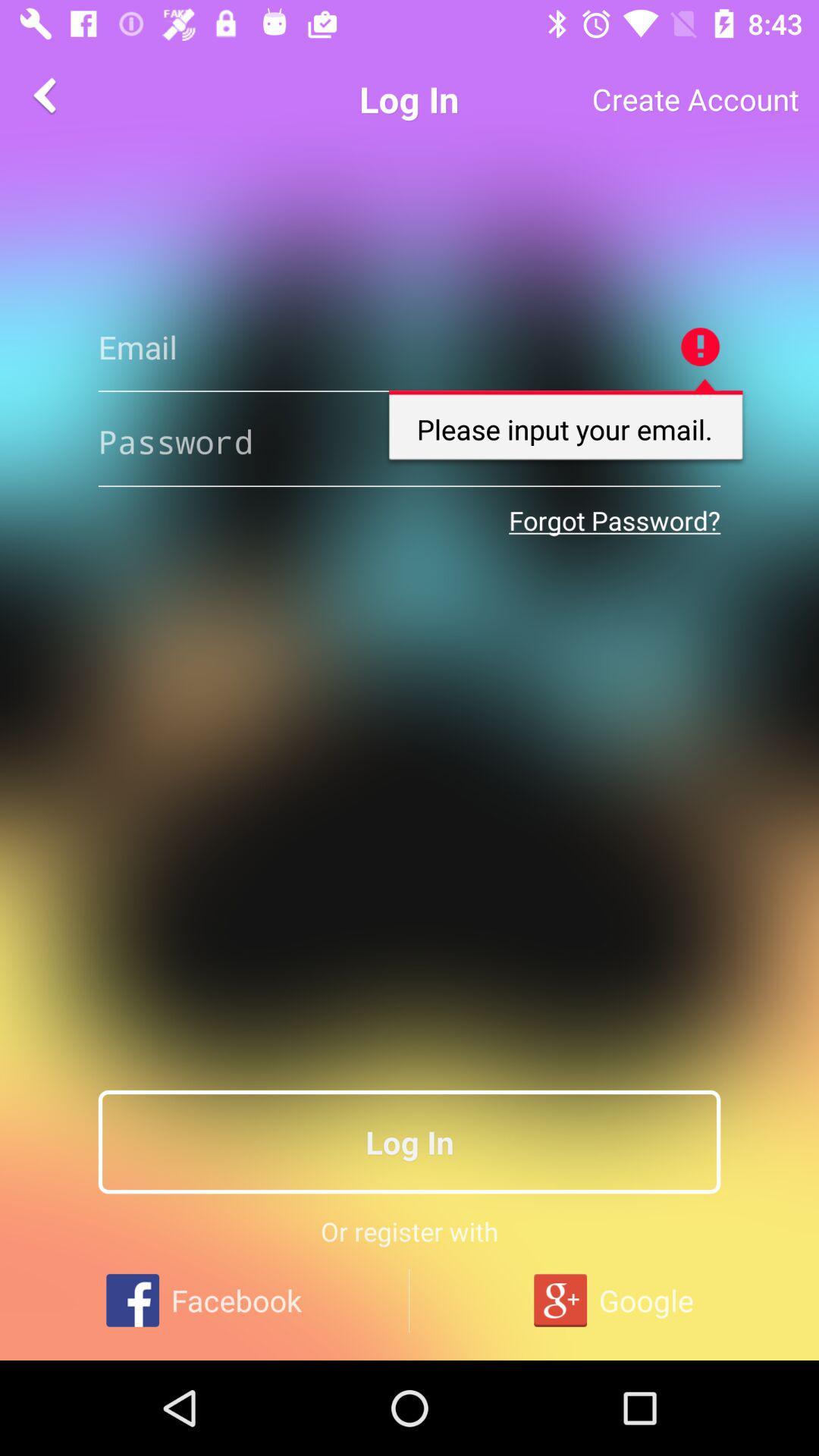 Image resolution: width=819 pixels, height=1456 pixels. I want to click on password section, so click(409, 441).